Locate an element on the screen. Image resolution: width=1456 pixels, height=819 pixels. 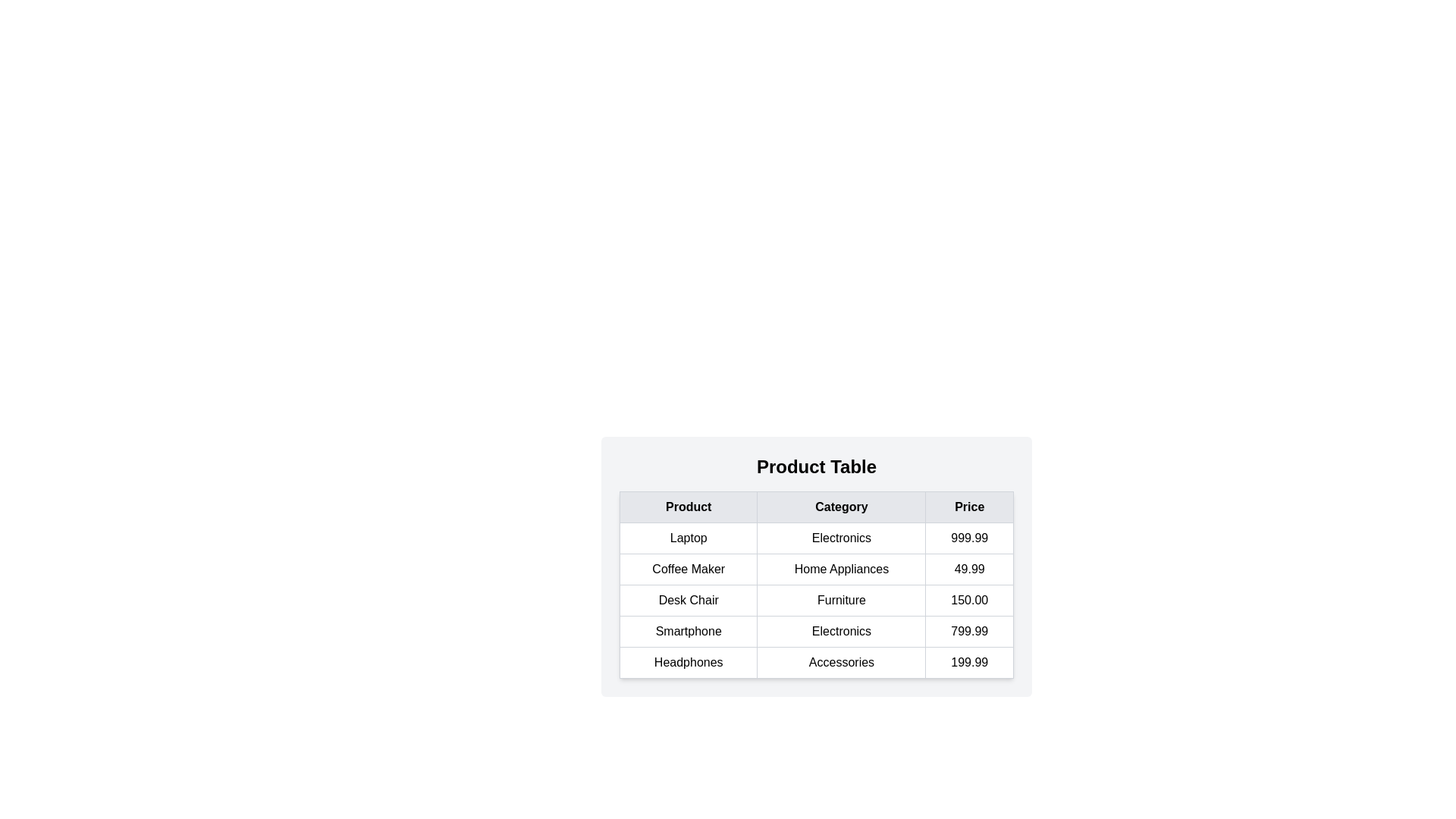
the 'Headphones' text label in the first cell of the last row under the 'Product' column in the table is located at coordinates (688, 662).